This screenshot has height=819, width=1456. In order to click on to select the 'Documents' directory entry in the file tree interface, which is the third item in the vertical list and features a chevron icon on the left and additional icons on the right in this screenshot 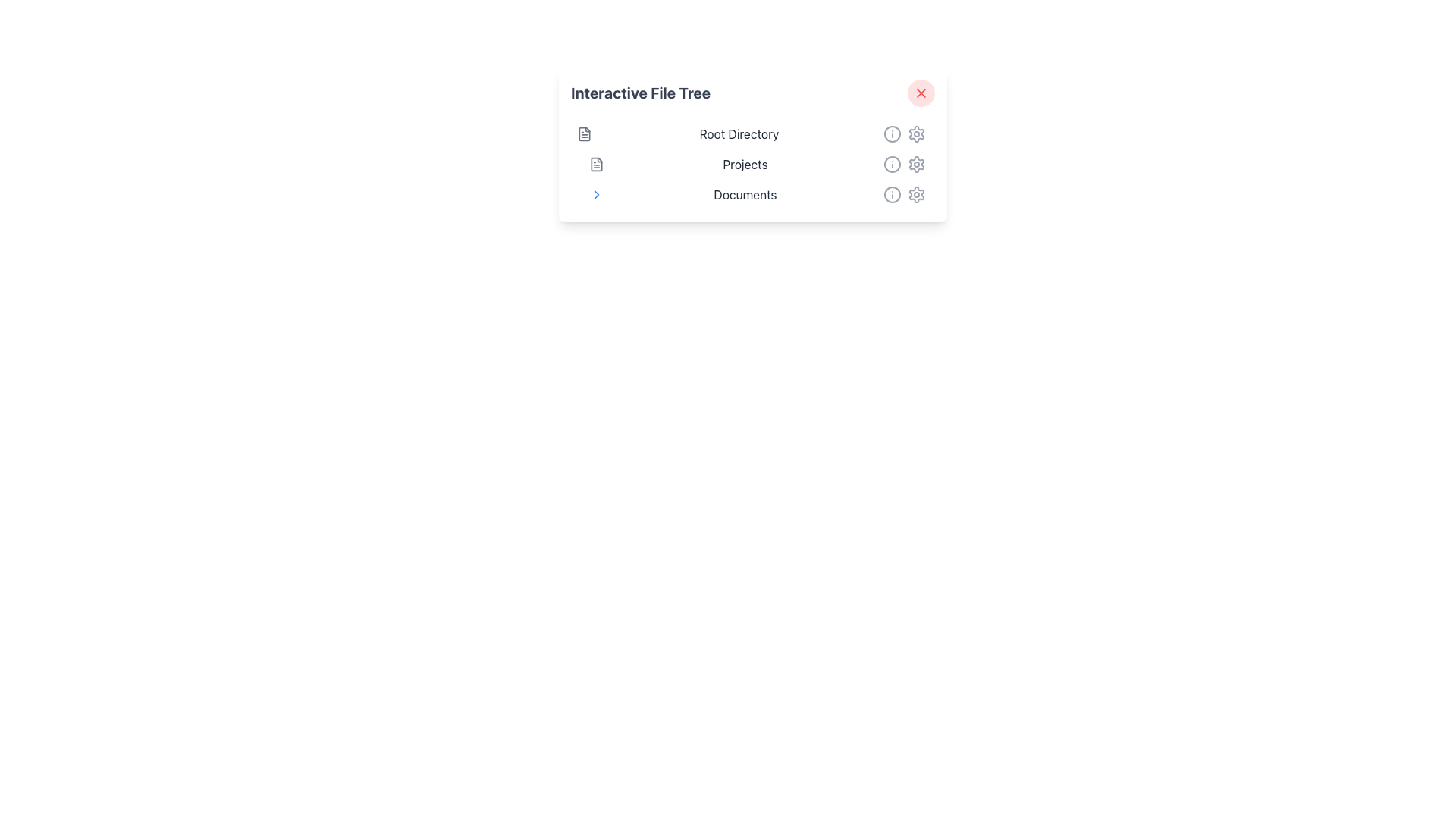, I will do `click(759, 194)`.